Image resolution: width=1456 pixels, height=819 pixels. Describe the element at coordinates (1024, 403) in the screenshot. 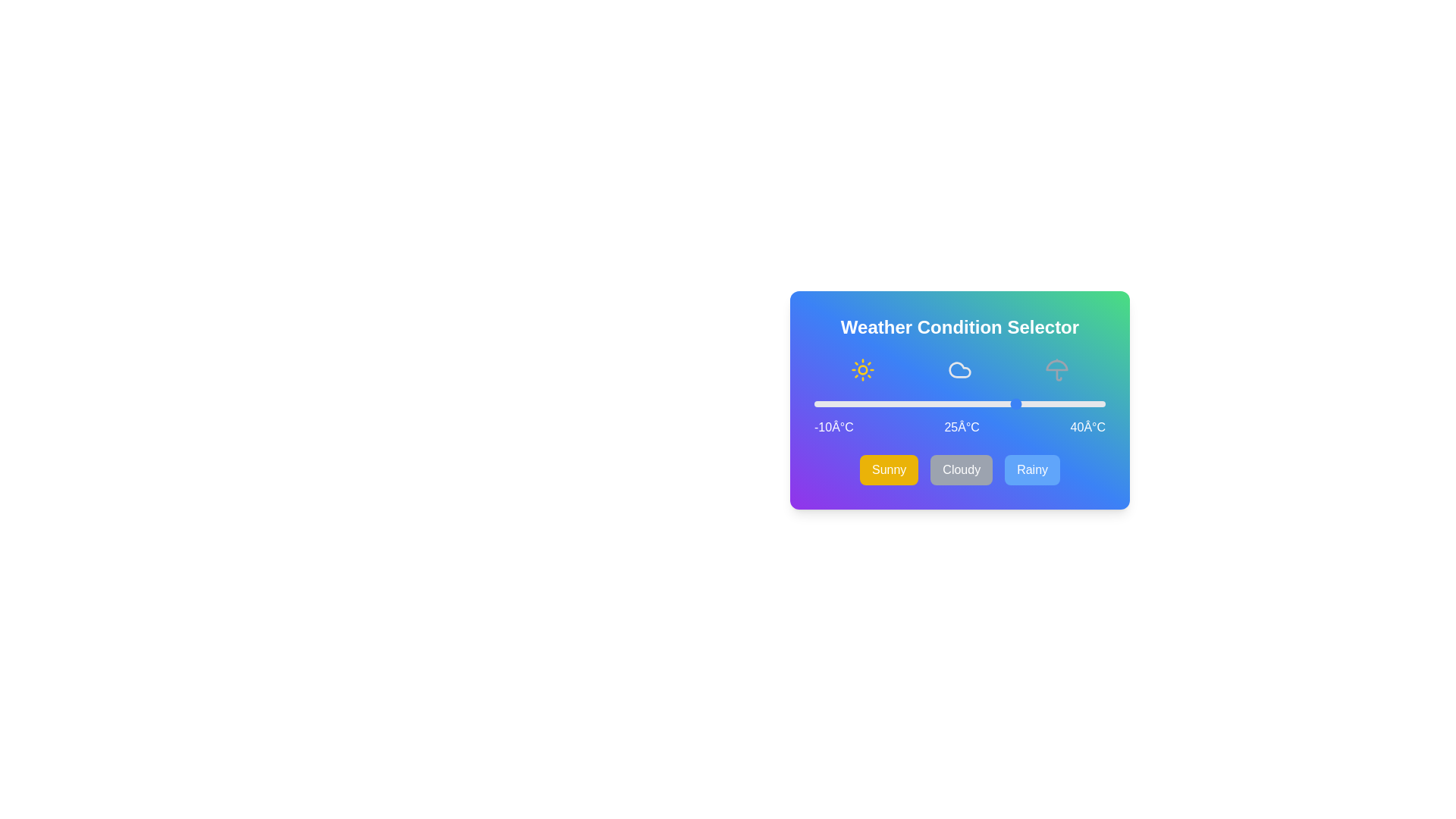

I see `the temperature slider to 26°C` at that location.